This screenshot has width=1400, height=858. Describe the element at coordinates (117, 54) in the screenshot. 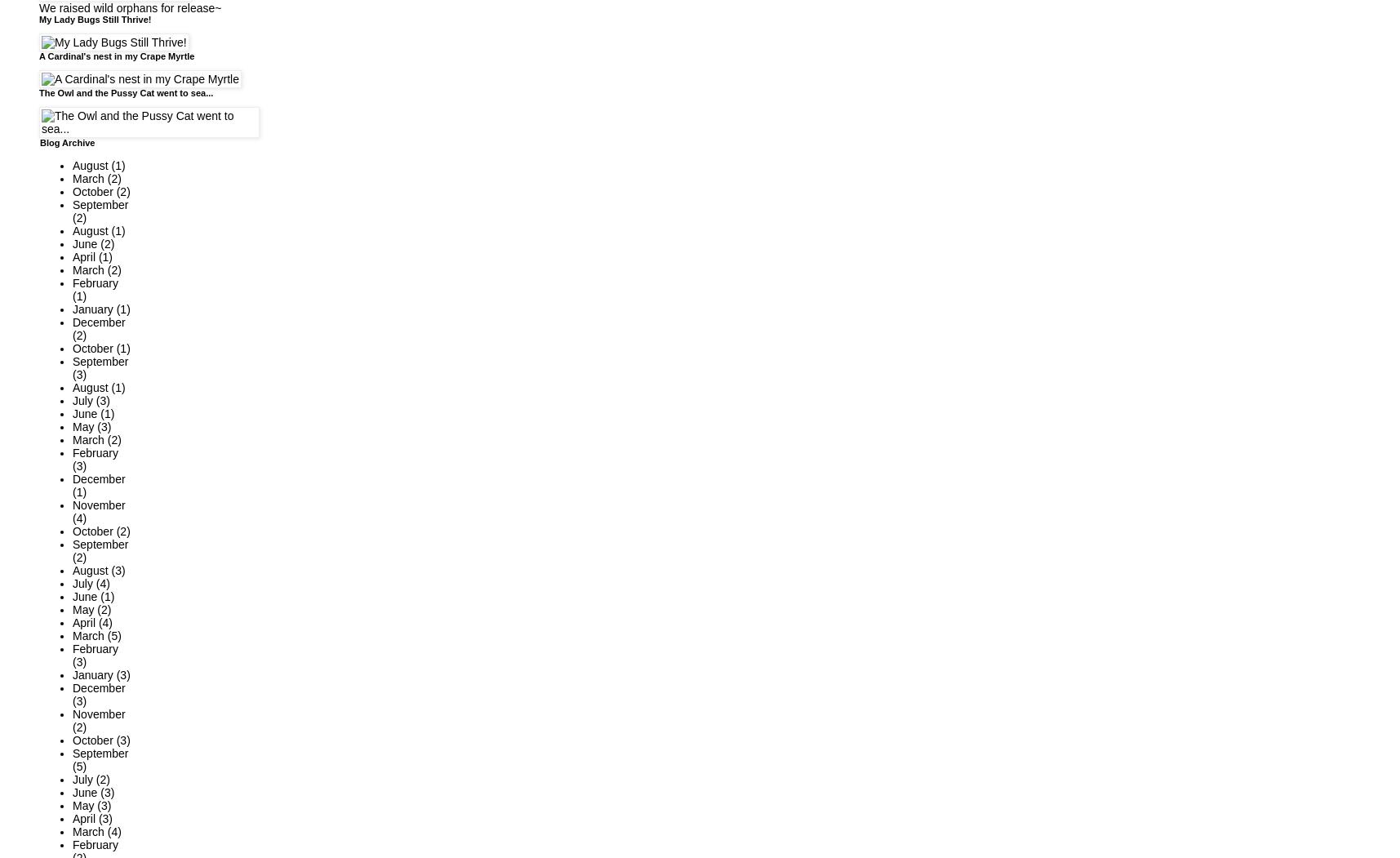

I see `'A Cardinal's nest in my Crape Myrtle'` at that location.